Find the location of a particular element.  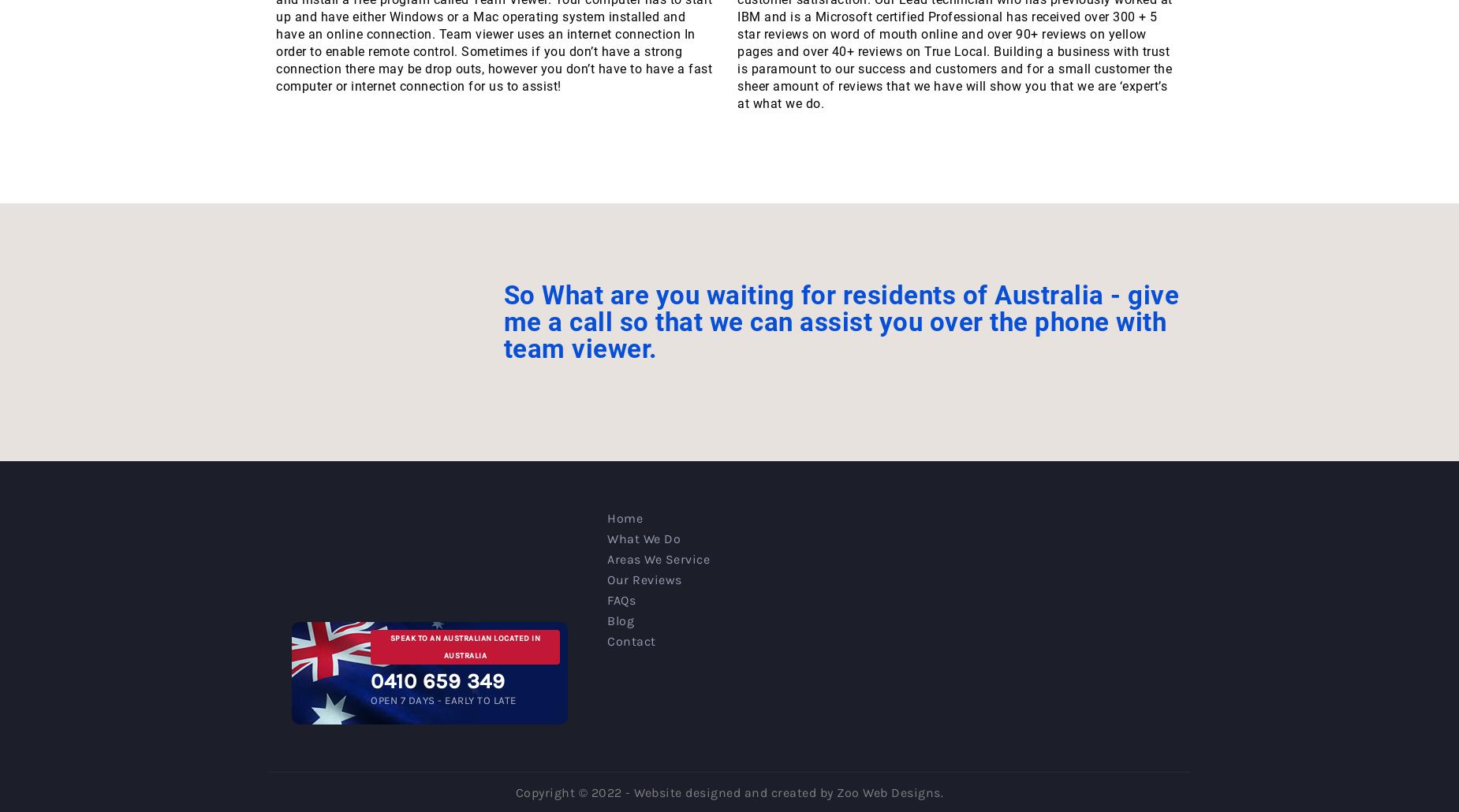

'FAQs' is located at coordinates (606, 599).